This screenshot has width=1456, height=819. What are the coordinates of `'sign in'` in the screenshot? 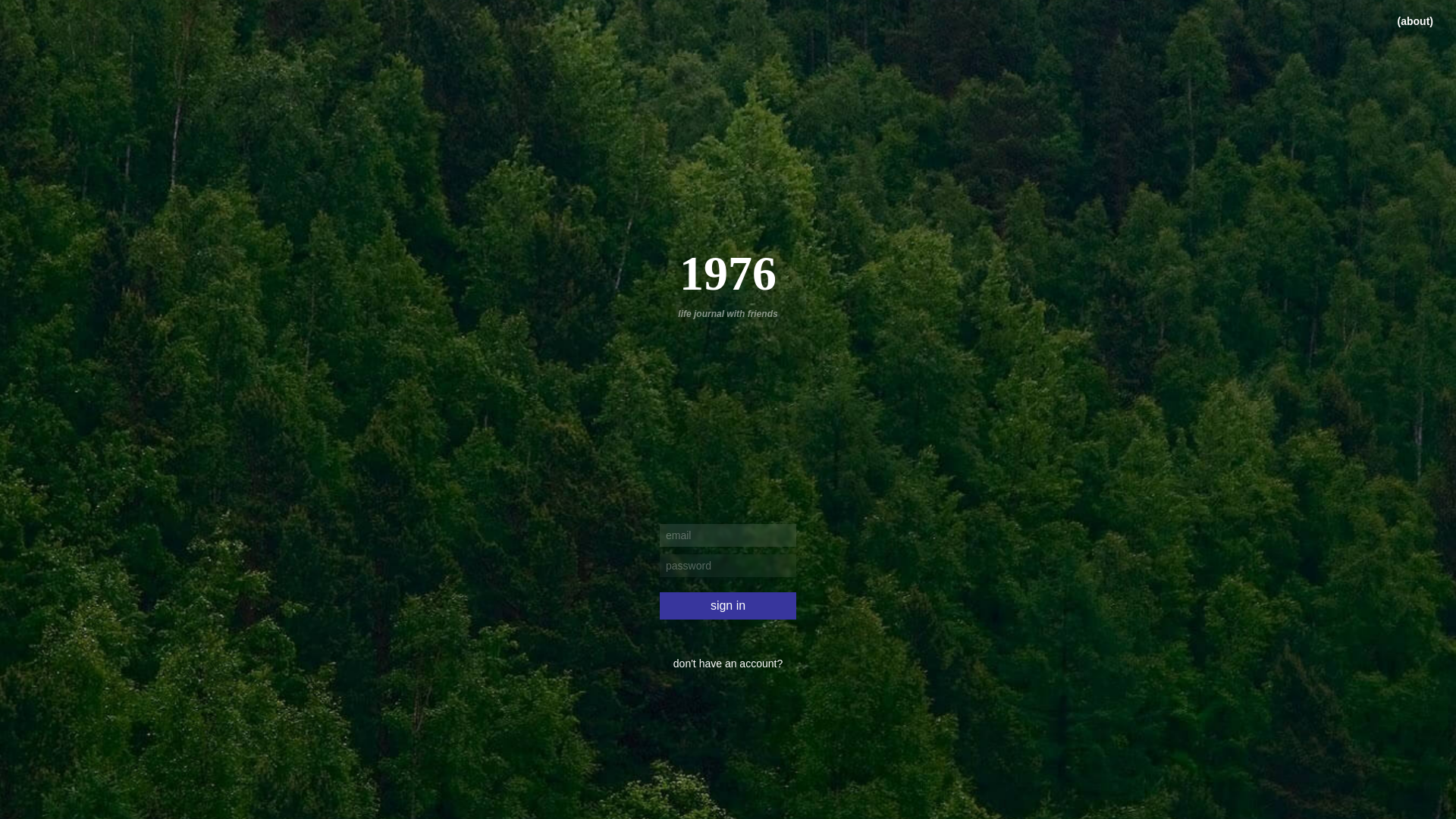 It's located at (659, 604).